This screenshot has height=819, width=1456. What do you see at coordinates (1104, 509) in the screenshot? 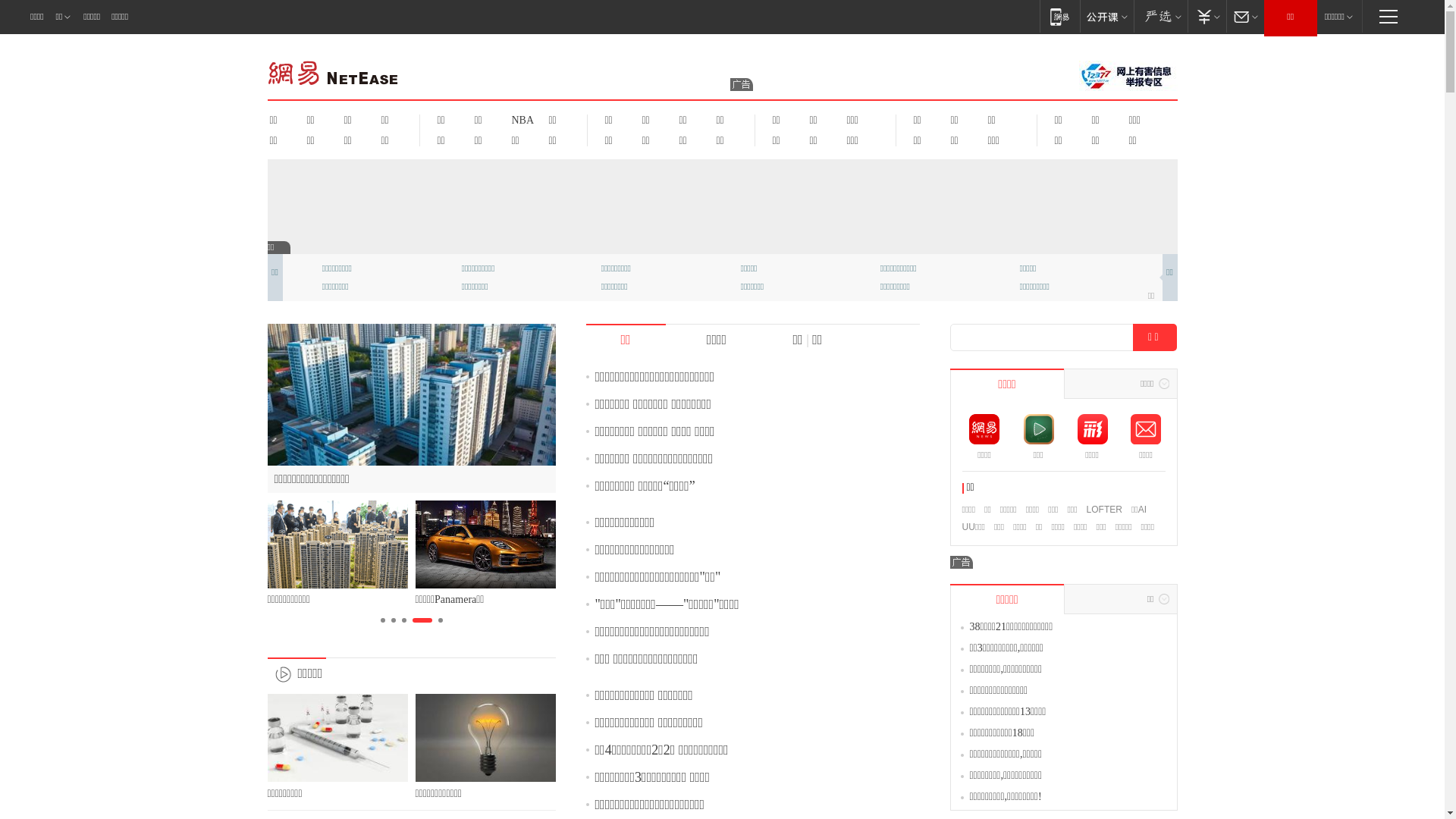
I see `'LOFTER'` at bounding box center [1104, 509].